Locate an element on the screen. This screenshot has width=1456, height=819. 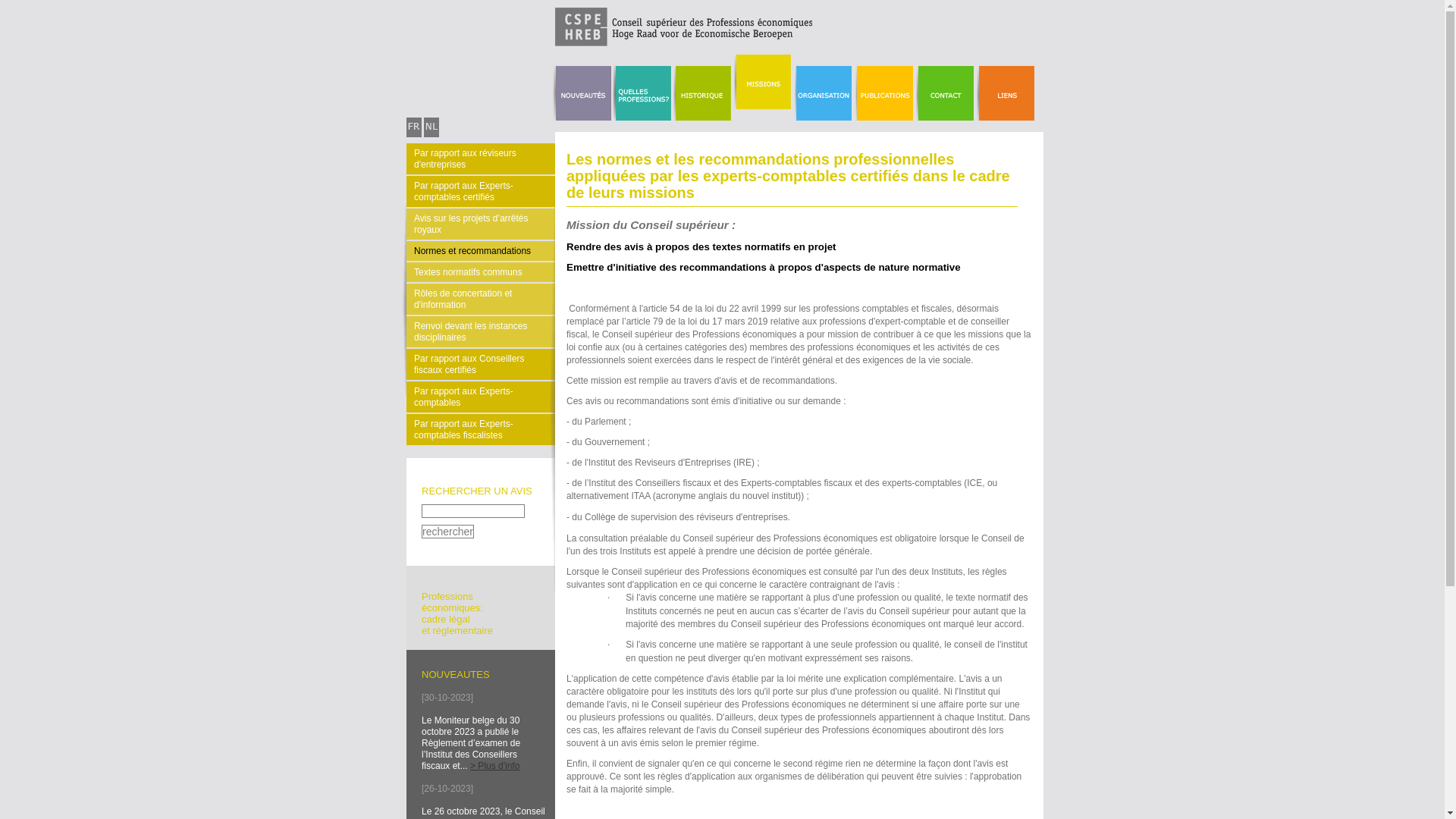
'> Plus d'info' is located at coordinates (469, 766).